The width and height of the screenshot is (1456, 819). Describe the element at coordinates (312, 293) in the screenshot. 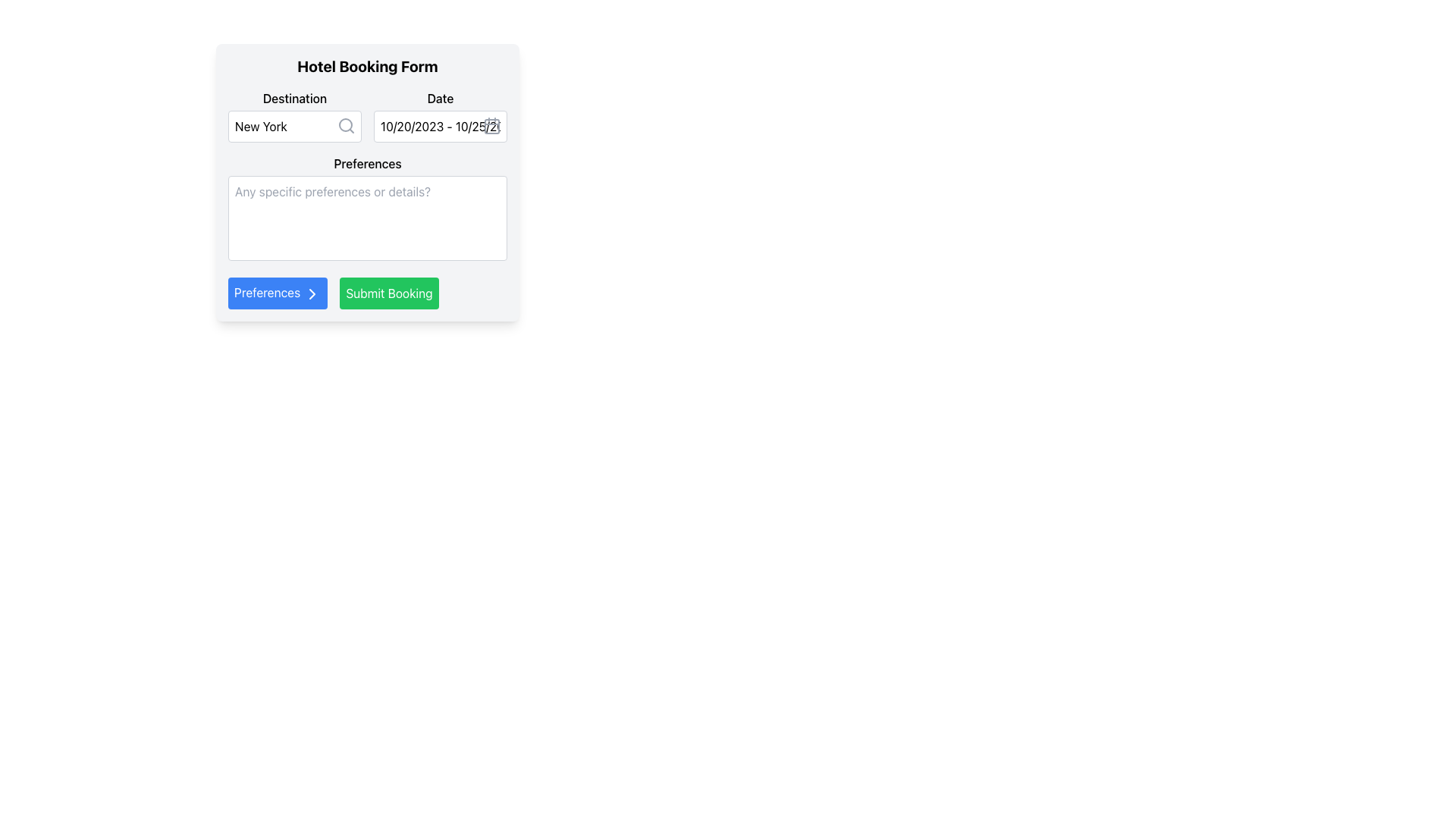

I see `the icon located inside the blue 'Preferences' button to trigger a visual or textual change on hover` at that location.